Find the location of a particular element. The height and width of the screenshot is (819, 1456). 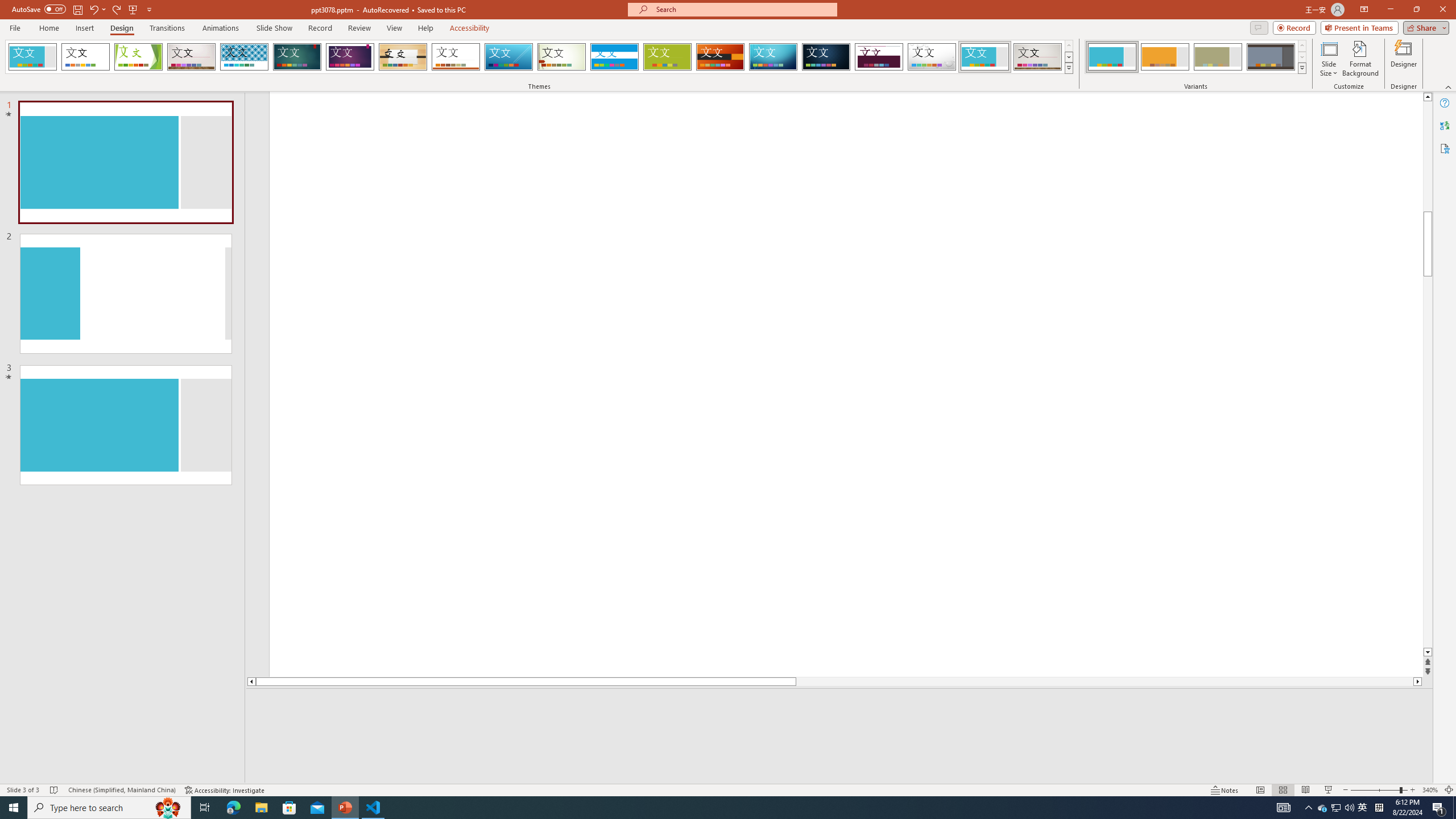

'Integral' is located at coordinates (244, 56).